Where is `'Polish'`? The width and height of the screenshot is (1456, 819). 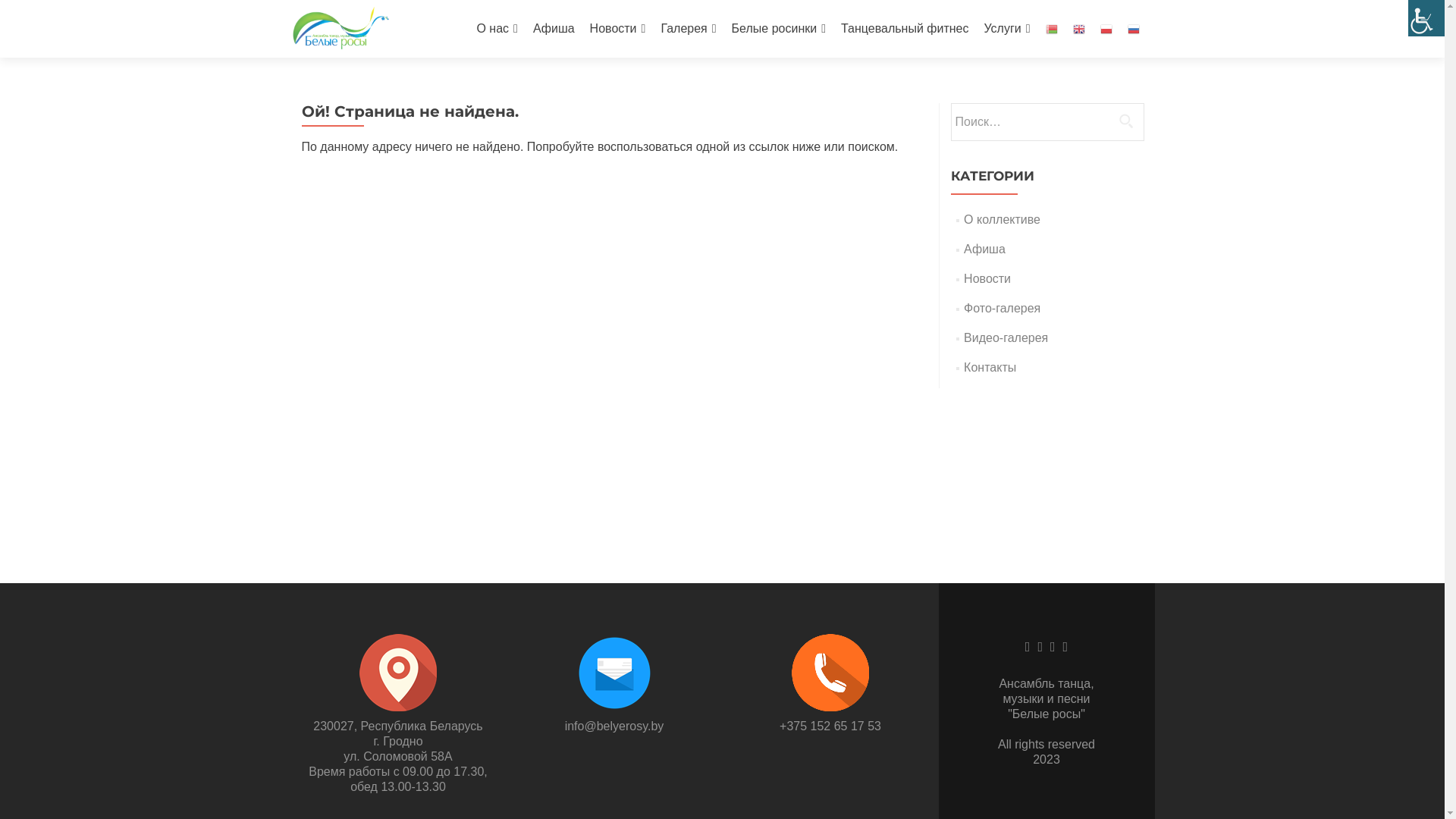 'Polish' is located at coordinates (1106, 28).